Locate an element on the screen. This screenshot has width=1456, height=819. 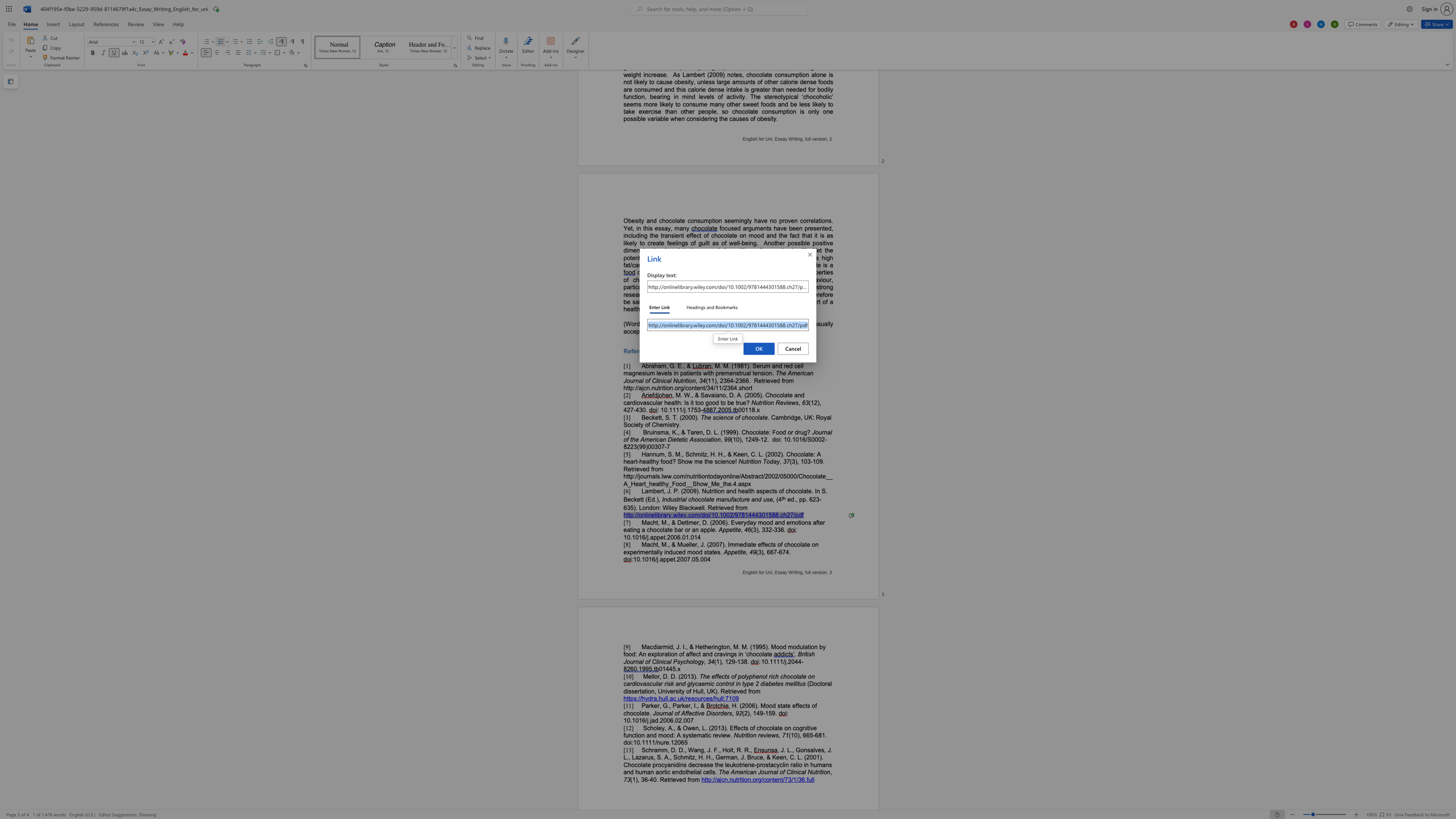
the 1th character "," in the text is located at coordinates (750, 713).